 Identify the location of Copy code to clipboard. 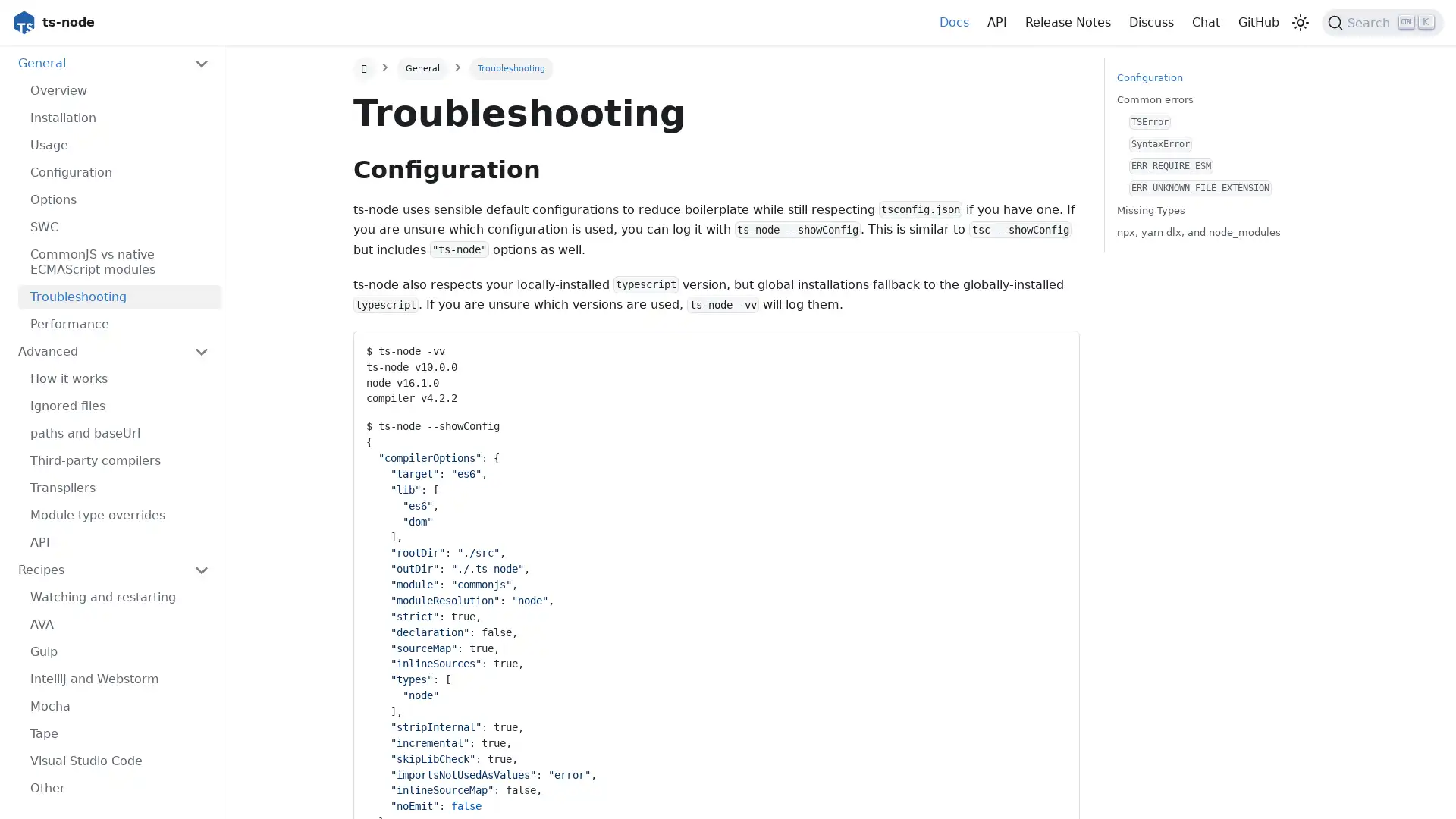
(1053, 347).